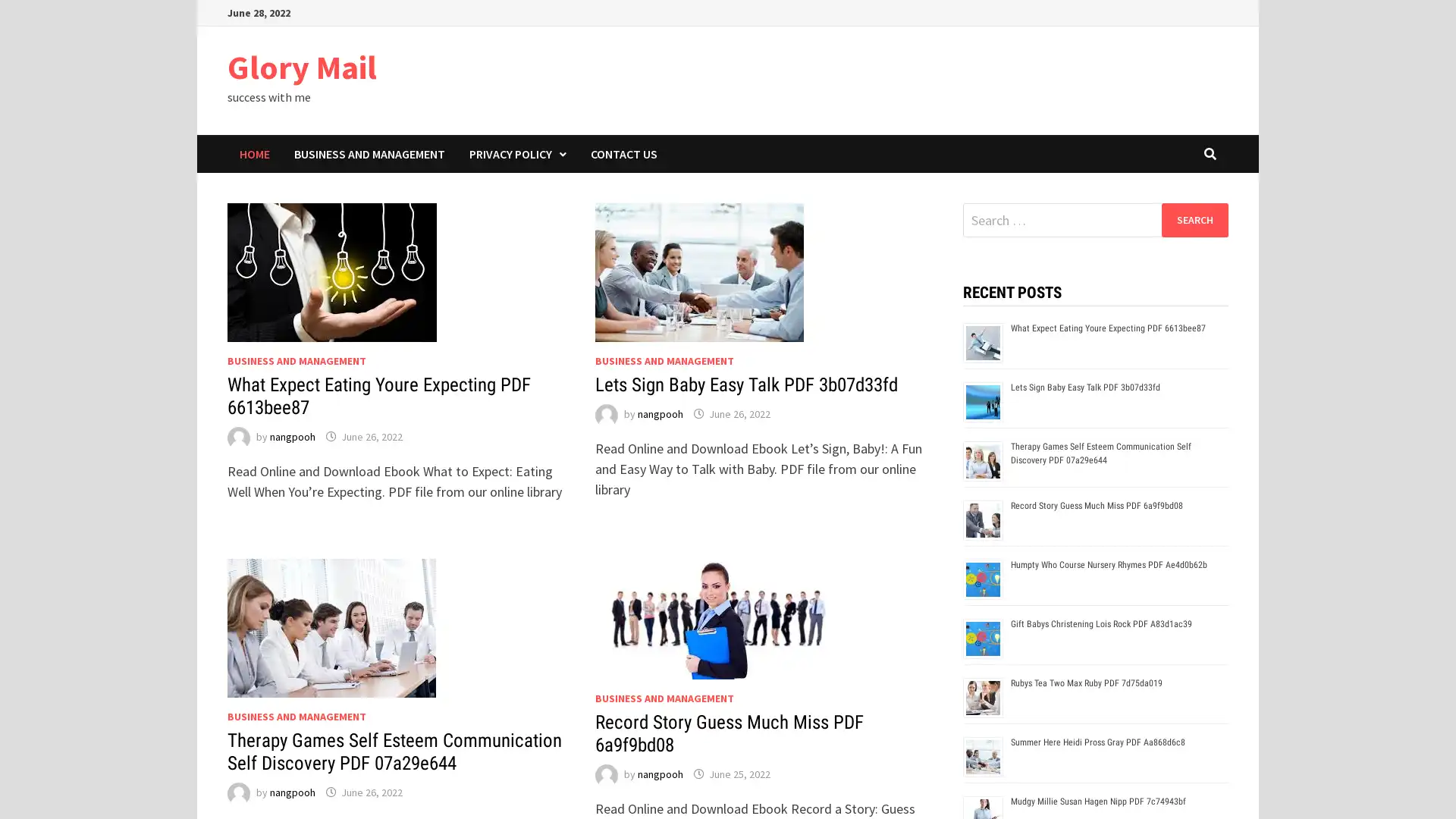  I want to click on Search, so click(1194, 219).